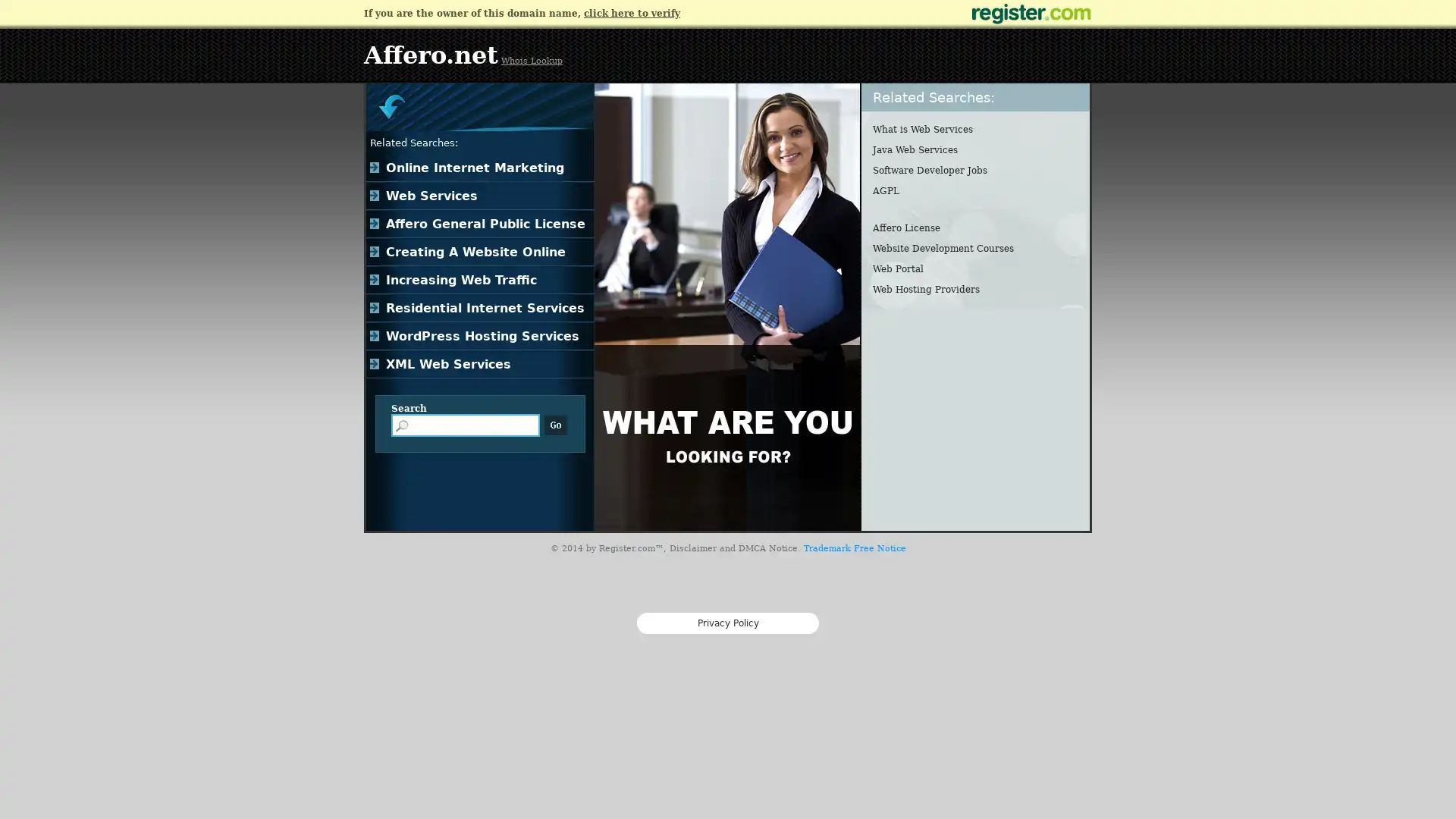 Image resolution: width=1456 pixels, height=819 pixels. Describe the element at coordinates (555, 425) in the screenshot. I see `Go` at that location.